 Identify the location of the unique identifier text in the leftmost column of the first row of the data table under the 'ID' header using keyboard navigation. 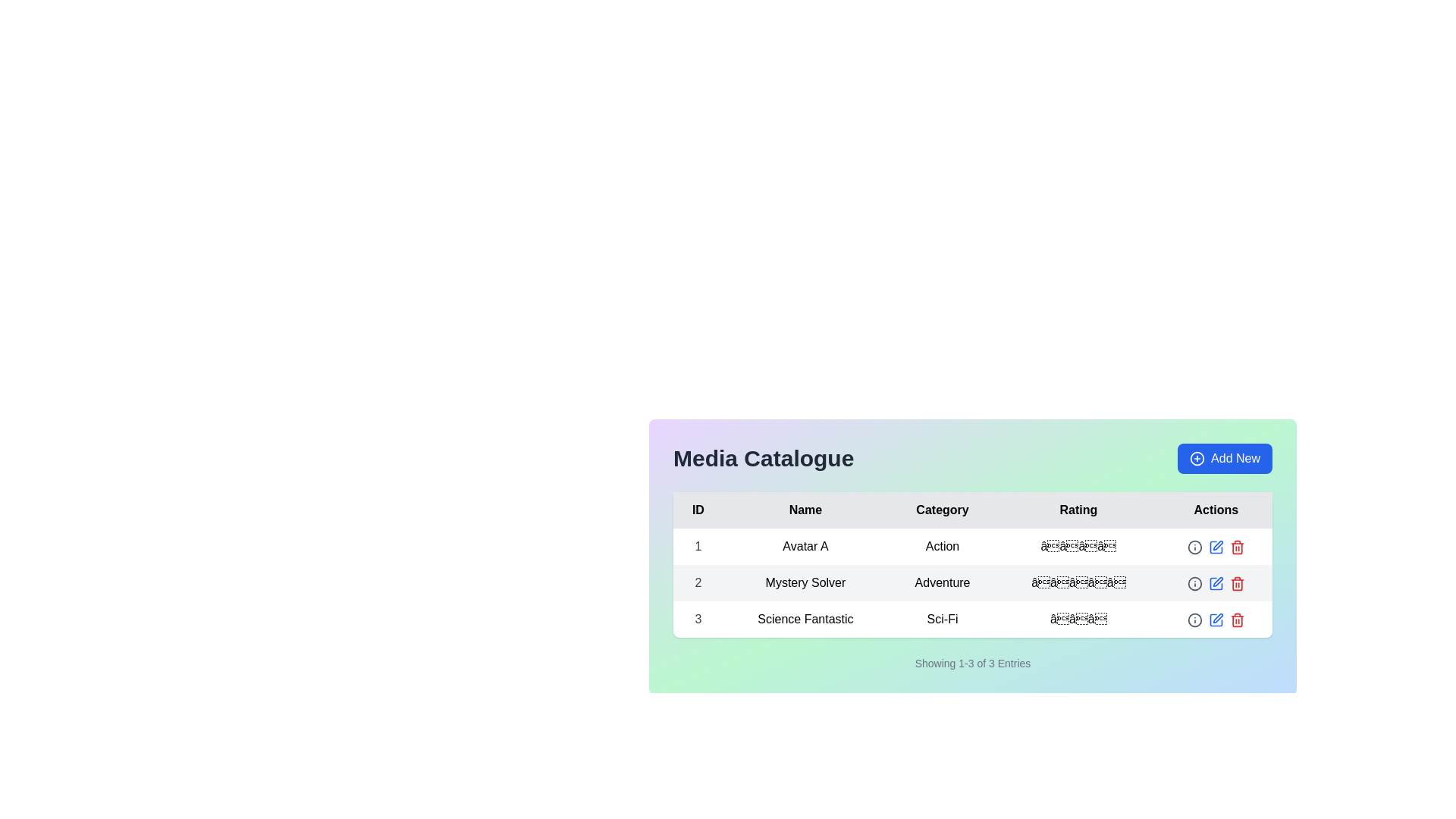
(698, 547).